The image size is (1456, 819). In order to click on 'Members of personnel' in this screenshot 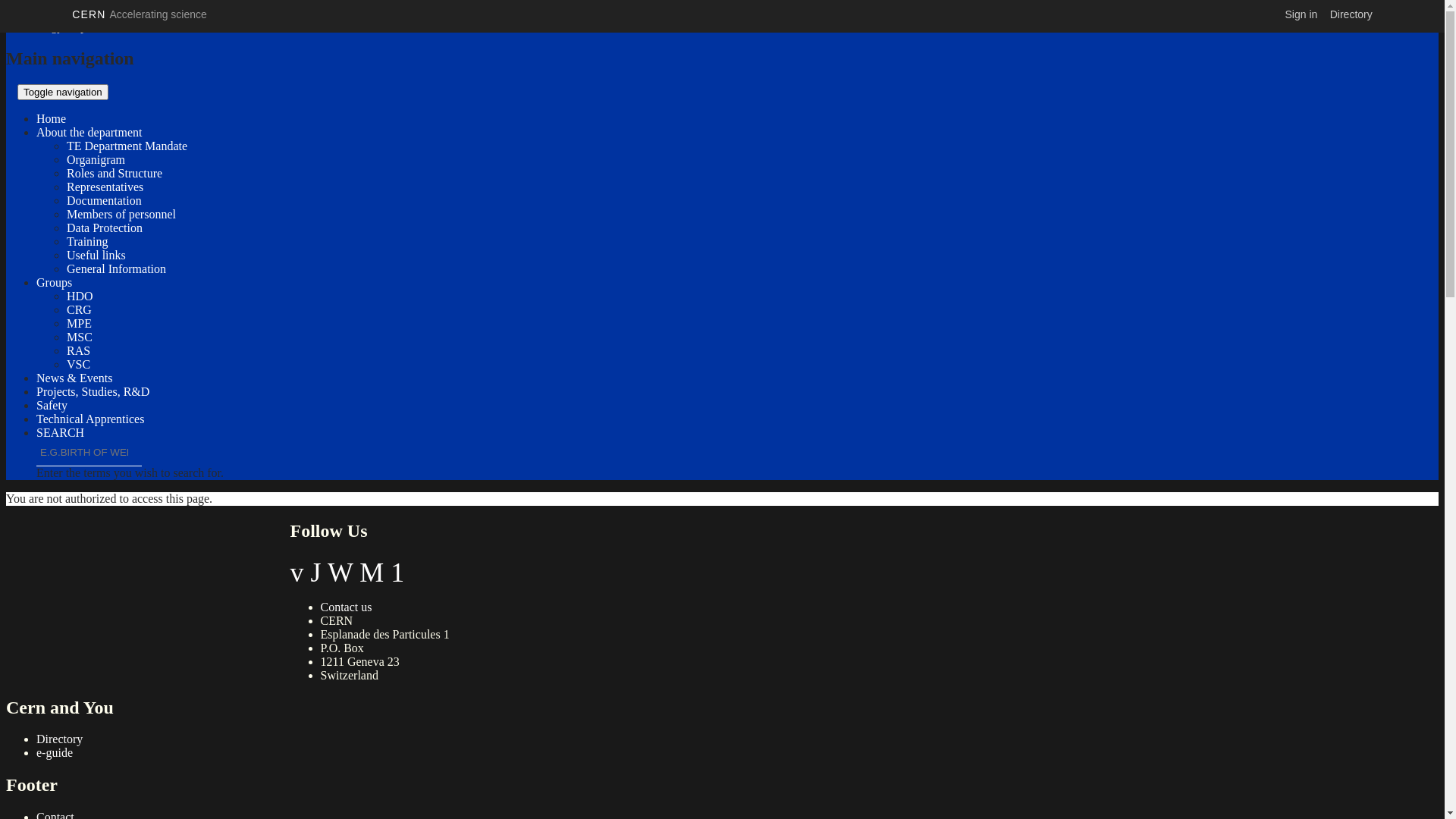, I will do `click(120, 214)`.